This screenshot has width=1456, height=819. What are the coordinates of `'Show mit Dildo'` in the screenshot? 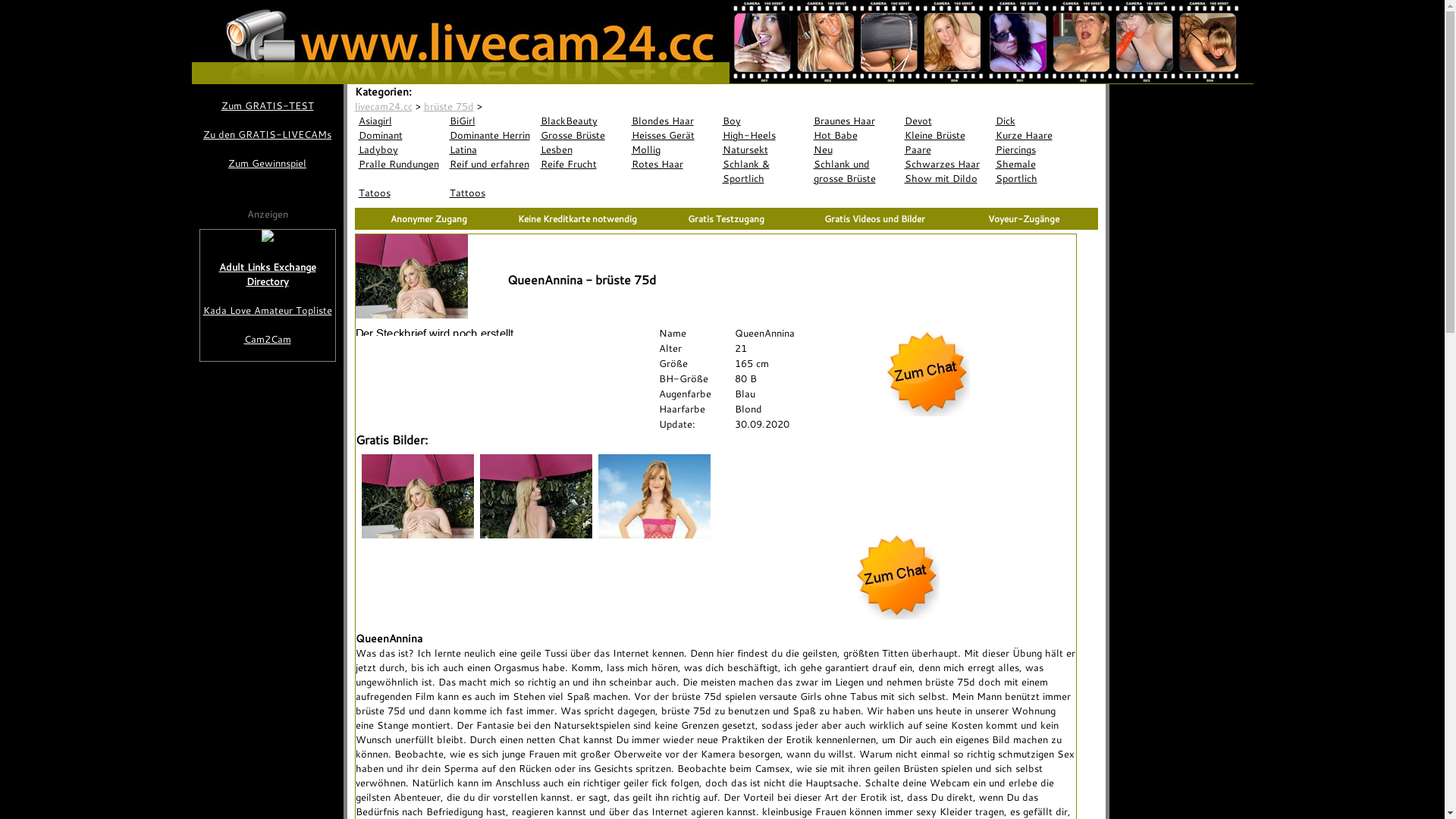 It's located at (946, 177).